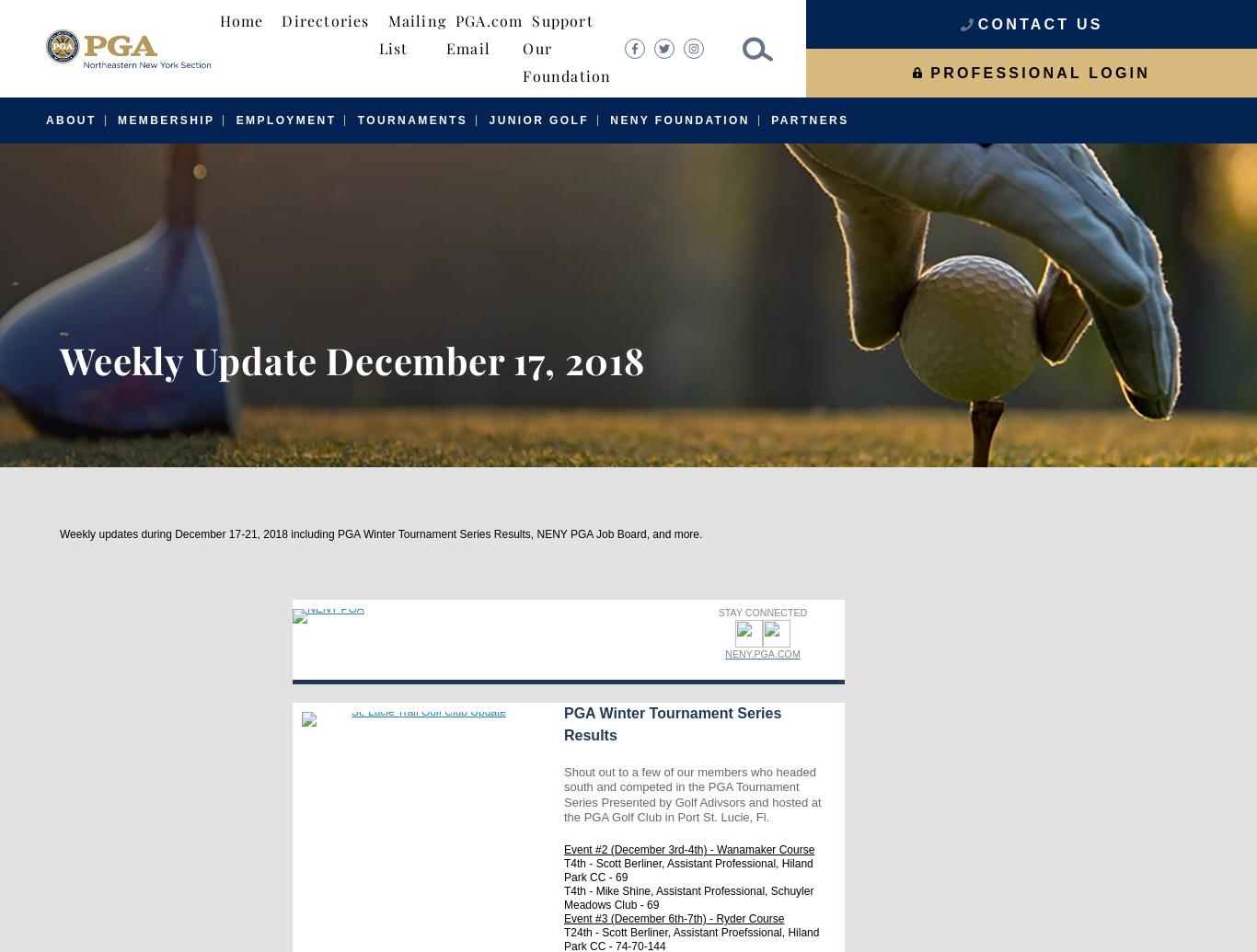  I want to click on 'NENY Foundation', so click(679, 120).